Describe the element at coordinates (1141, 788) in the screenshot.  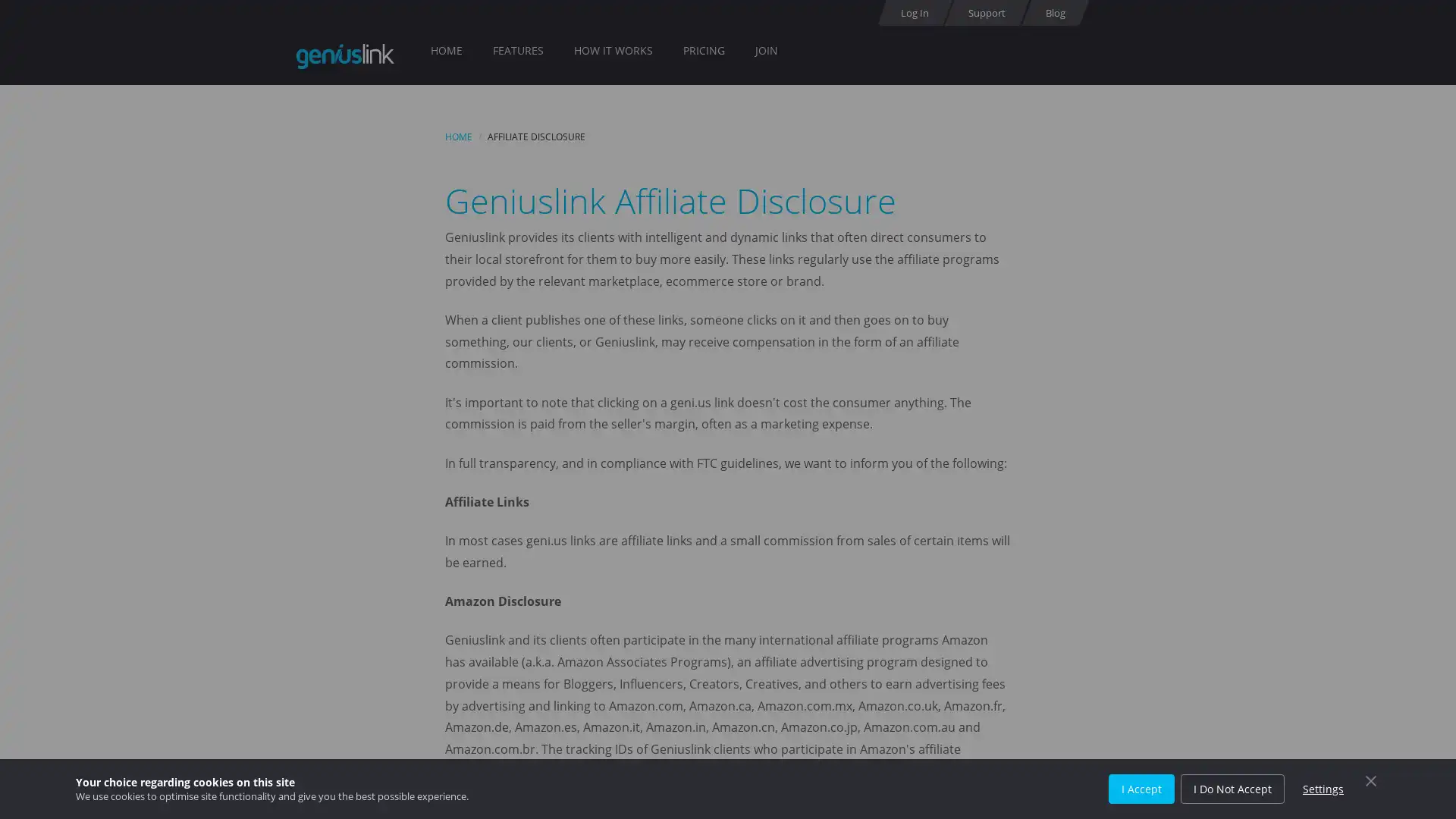
I see `I Accept` at that location.